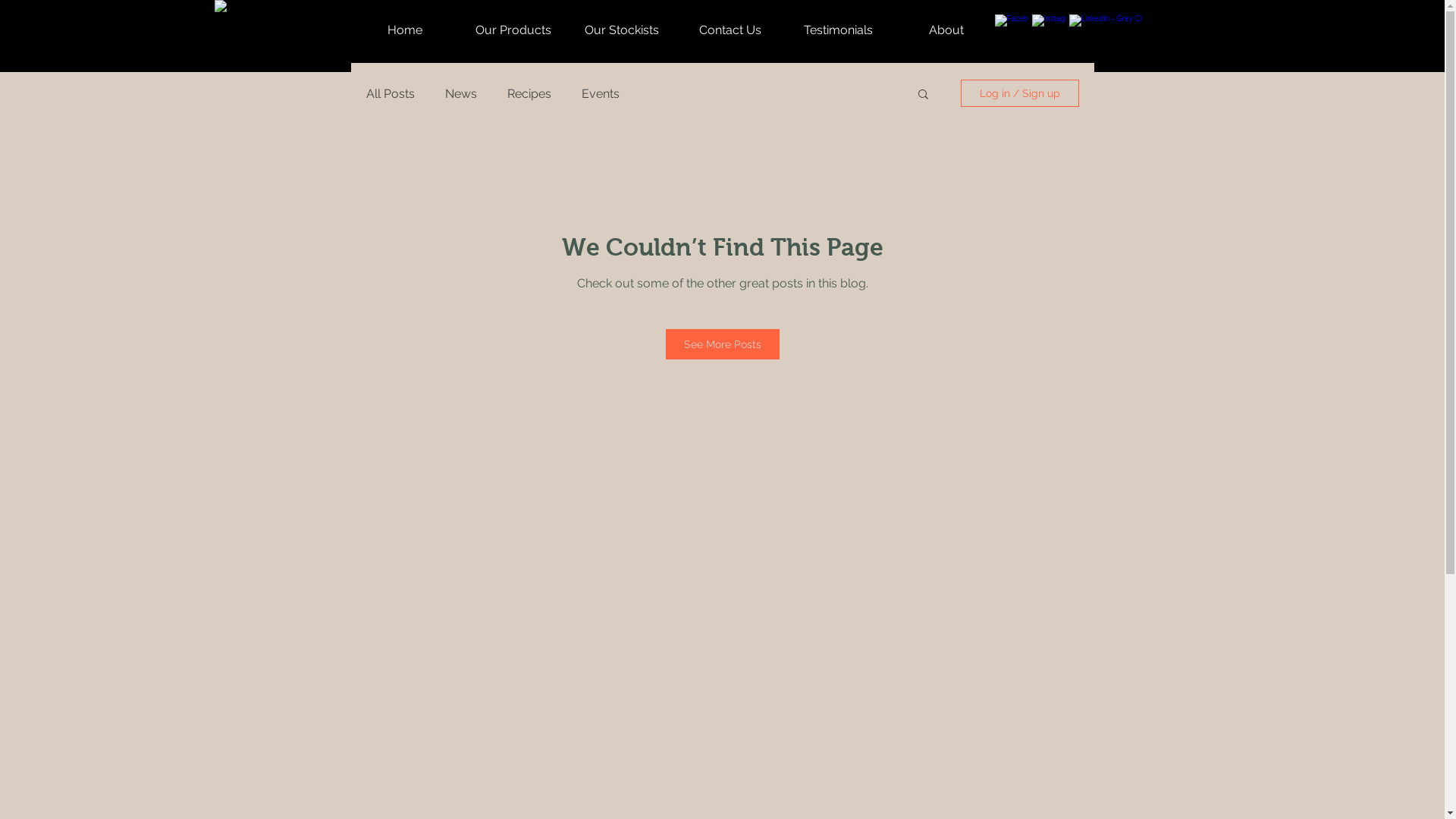 This screenshot has width=1456, height=819. I want to click on 'Log in / Sign up', so click(1019, 93).